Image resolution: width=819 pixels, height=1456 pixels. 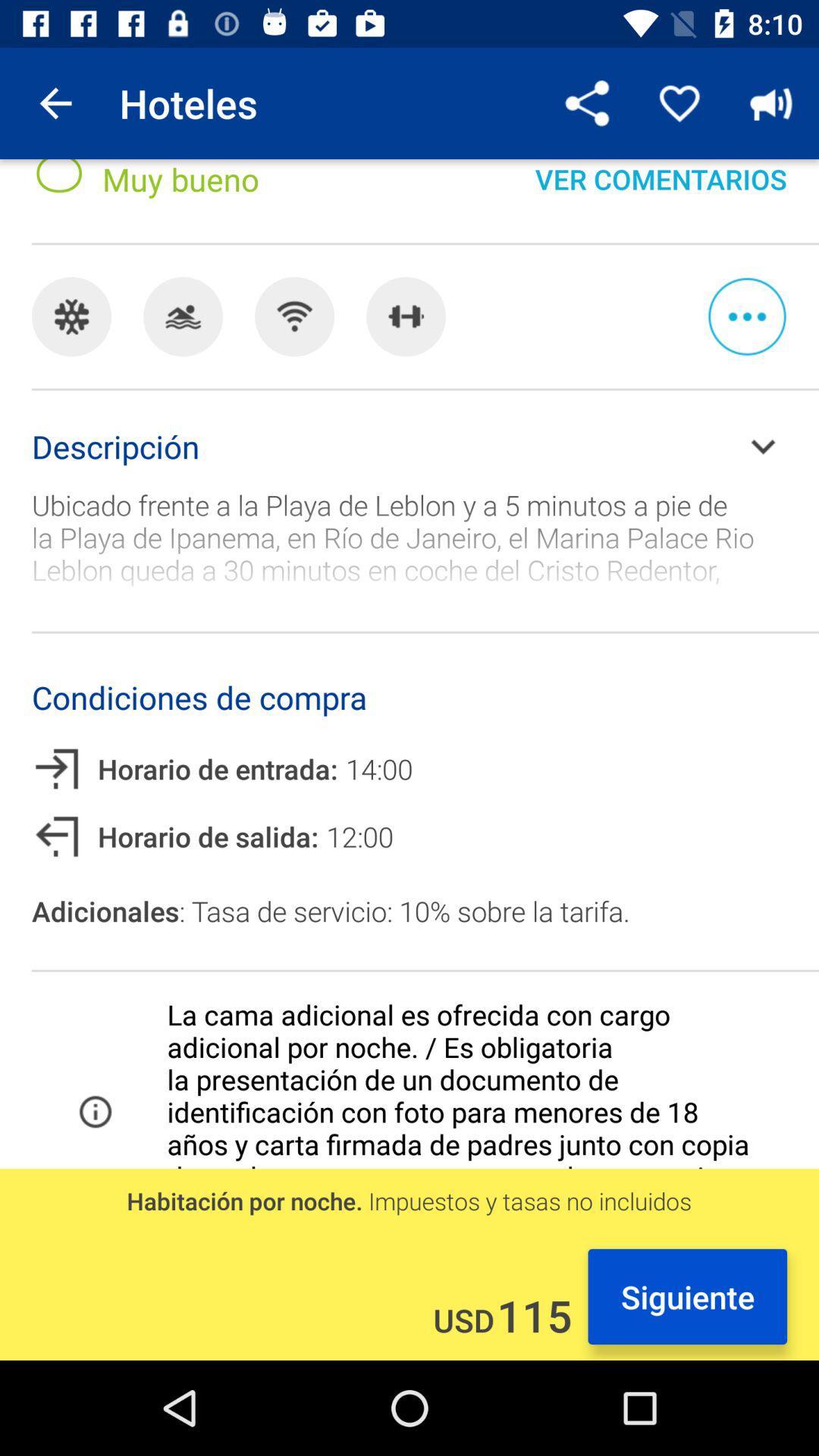 What do you see at coordinates (55, 102) in the screenshot?
I see `the icon above 8` at bounding box center [55, 102].